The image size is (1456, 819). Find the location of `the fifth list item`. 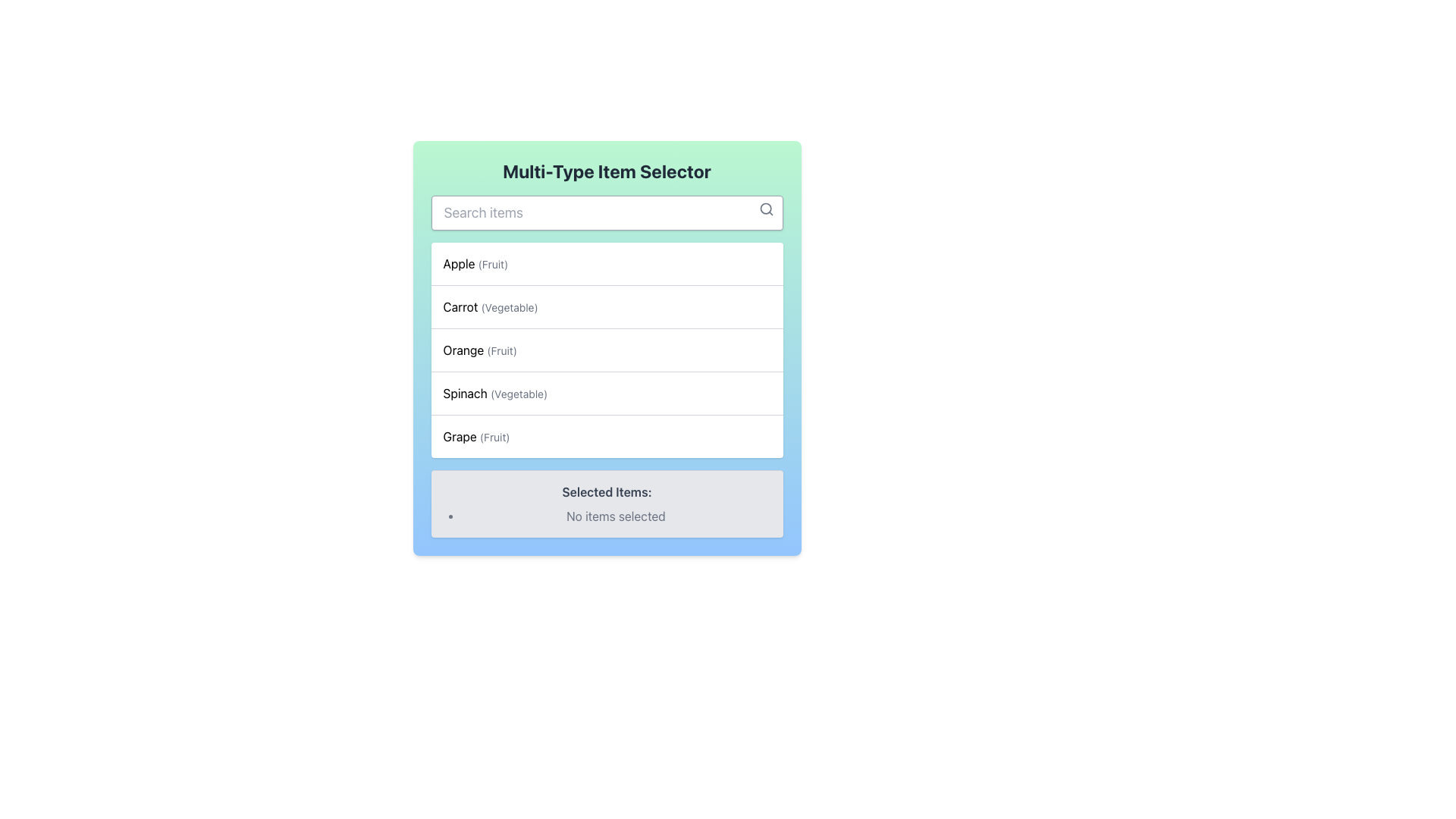

the fifth list item is located at coordinates (475, 436).